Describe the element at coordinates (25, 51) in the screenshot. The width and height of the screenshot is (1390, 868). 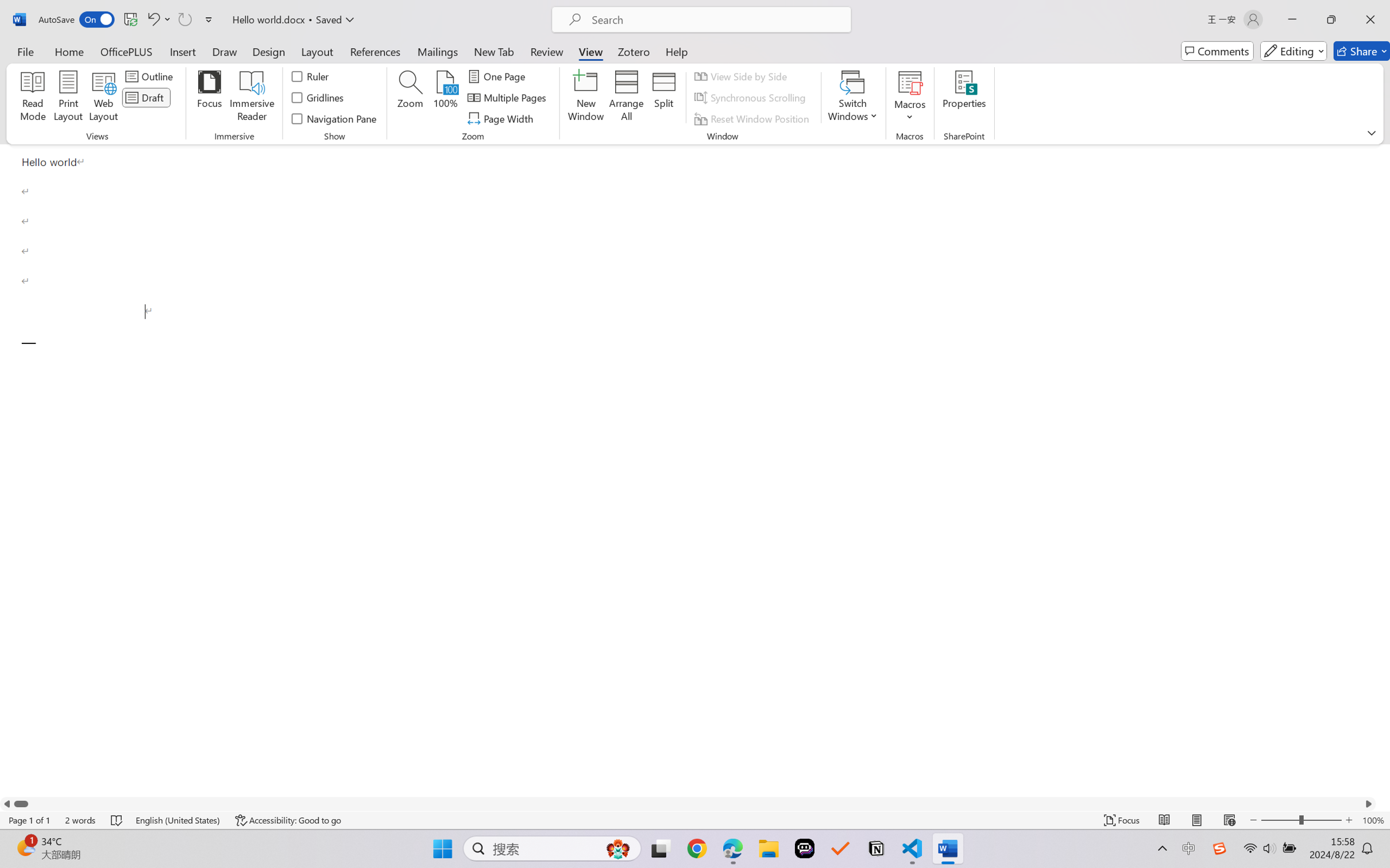
I see `'File Tab'` at that location.